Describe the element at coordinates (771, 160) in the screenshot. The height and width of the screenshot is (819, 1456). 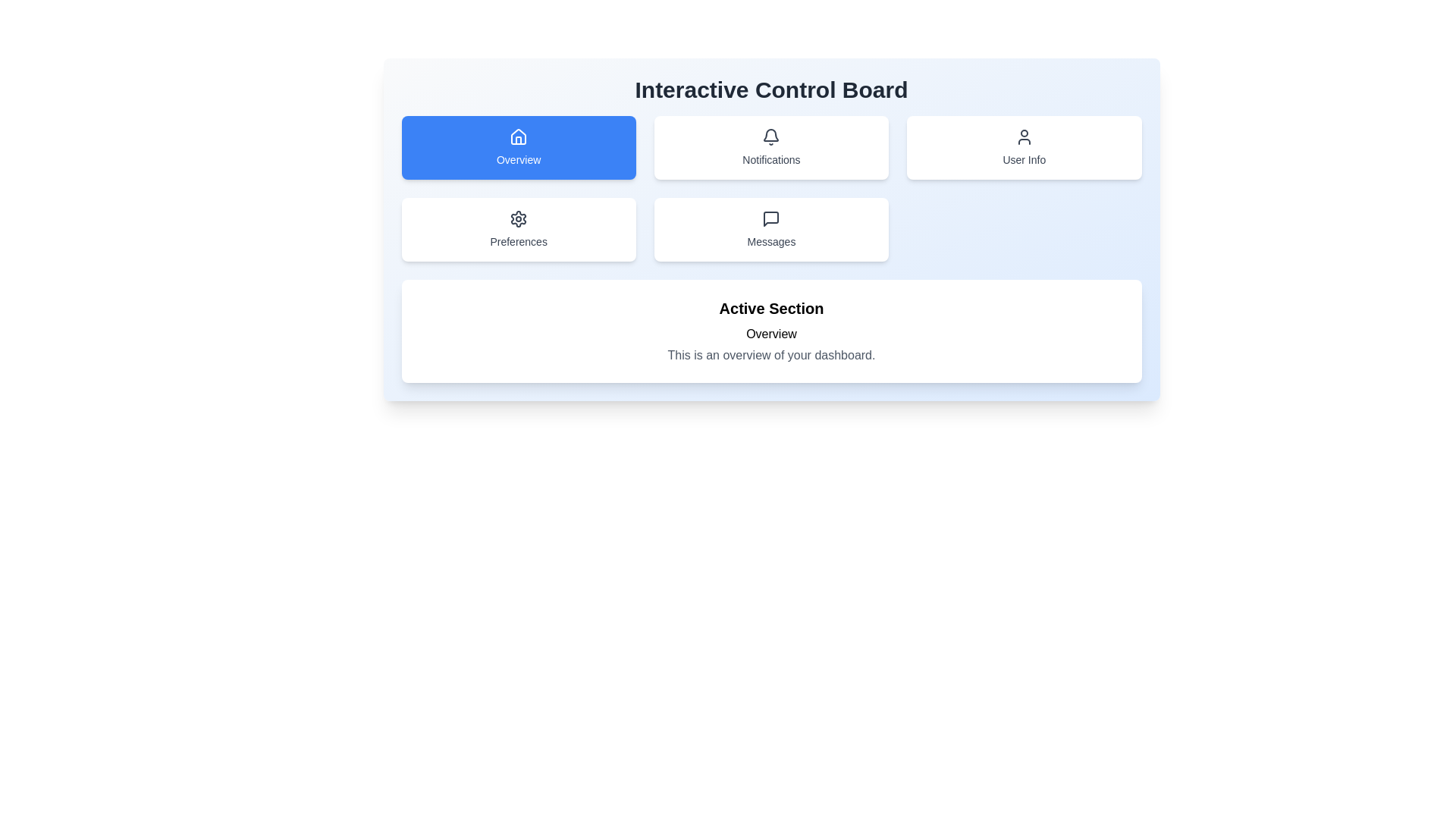
I see `the 'Notifications' label, which is positioned below a bell icon in the upper row of the interface` at that location.